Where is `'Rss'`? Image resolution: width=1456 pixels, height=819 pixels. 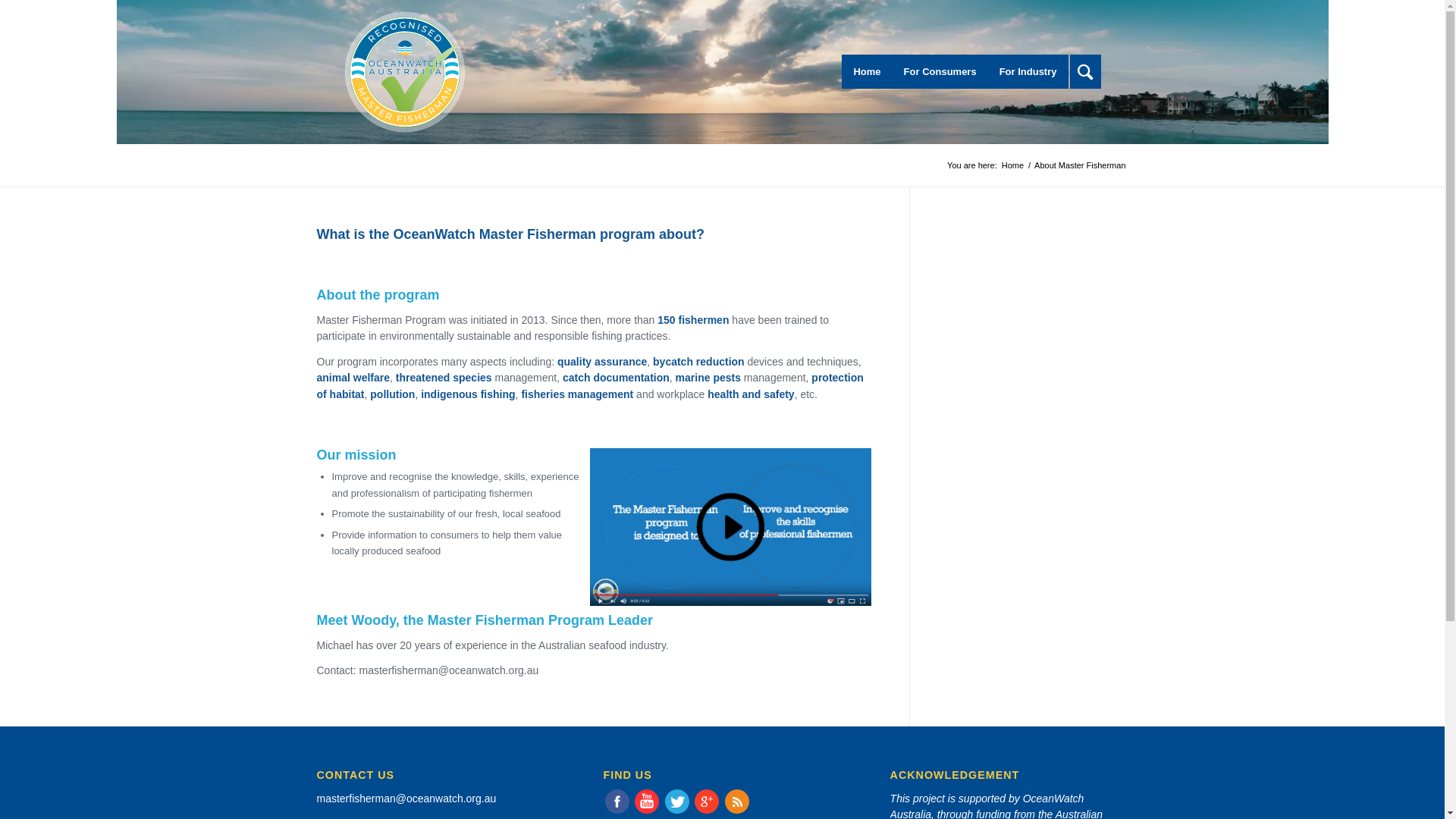
'Rss' is located at coordinates (736, 800).